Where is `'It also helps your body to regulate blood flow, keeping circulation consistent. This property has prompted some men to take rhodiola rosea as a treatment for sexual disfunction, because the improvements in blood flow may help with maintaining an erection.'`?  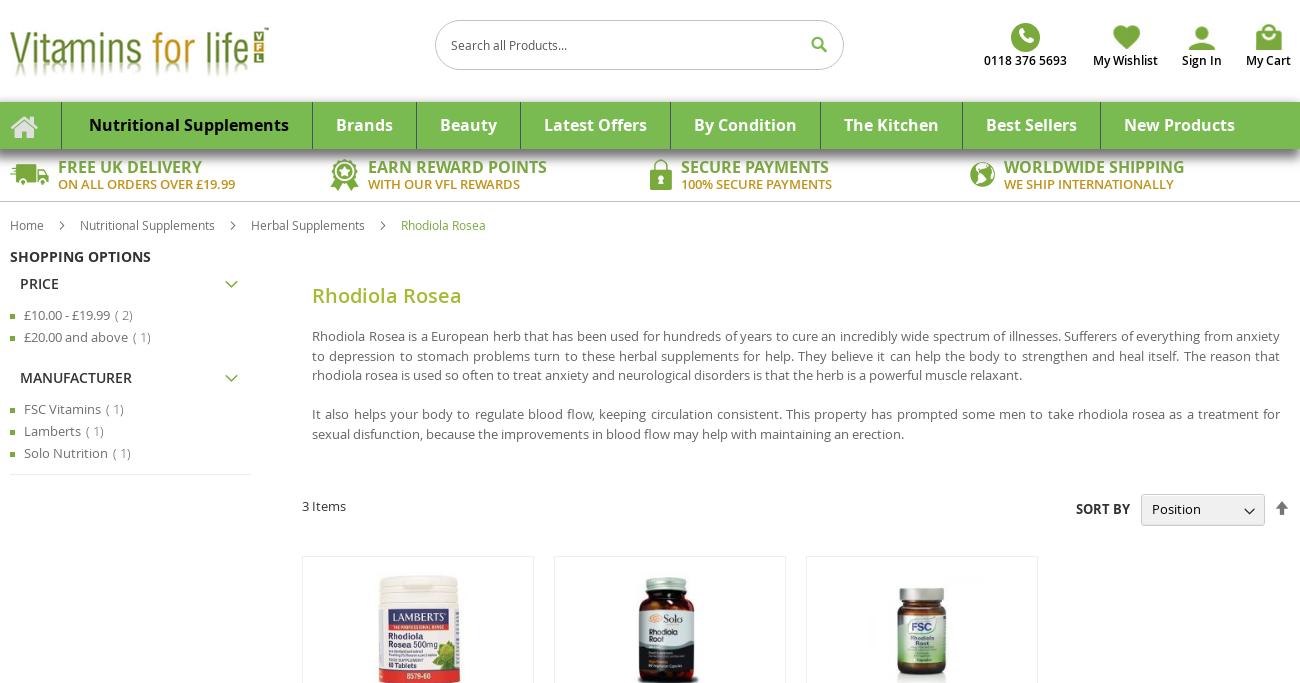 'It also helps your body to regulate blood flow, keeping circulation consistent. This property has prompted some men to take rhodiola rosea as a treatment for sexual disfunction, because the improvements in blood flow may help with maintaining an erection.' is located at coordinates (794, 423).